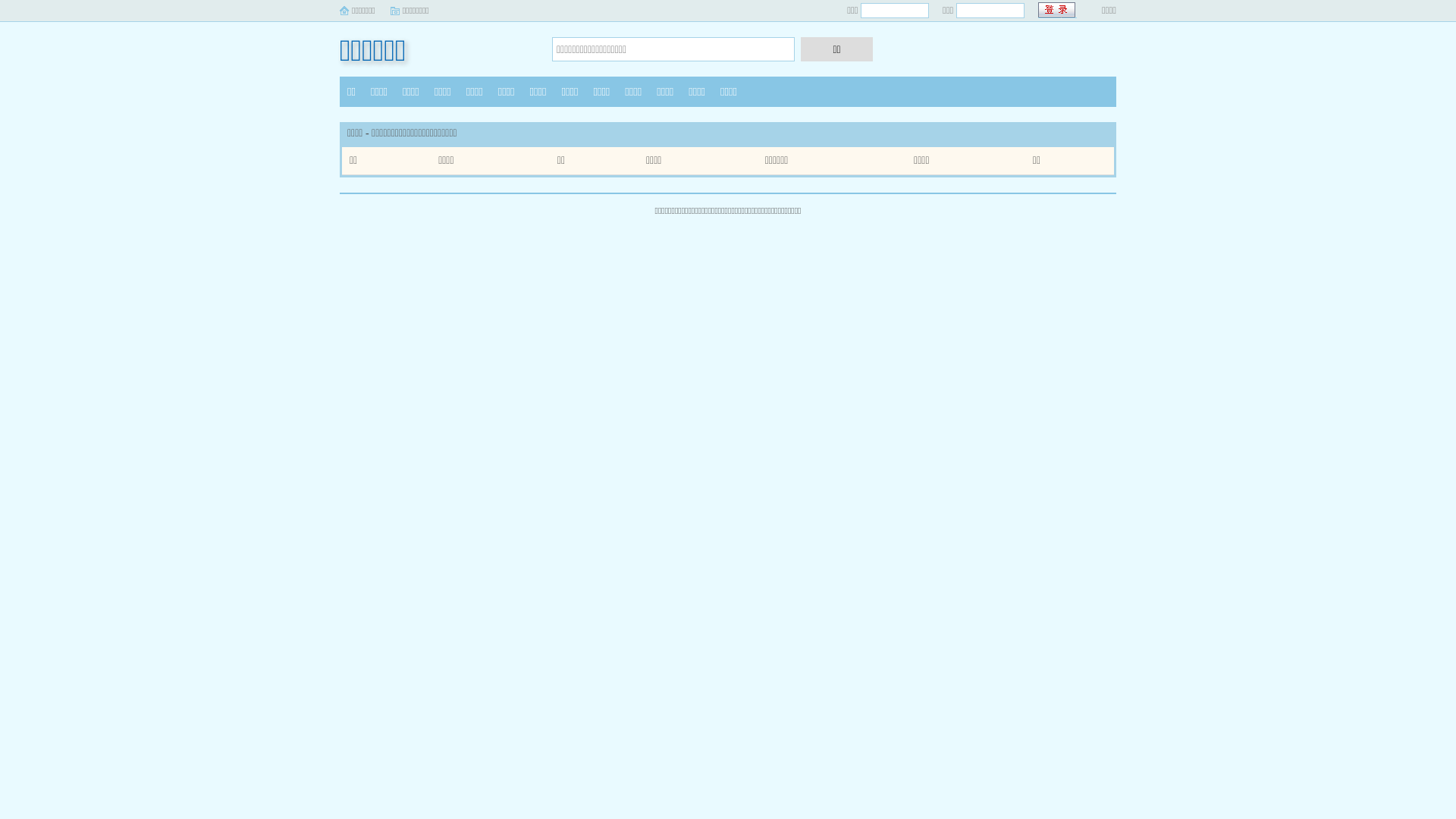 The height and width of the screenshot is (819, 1456). I want to click on ' ', so click(1056, 10).